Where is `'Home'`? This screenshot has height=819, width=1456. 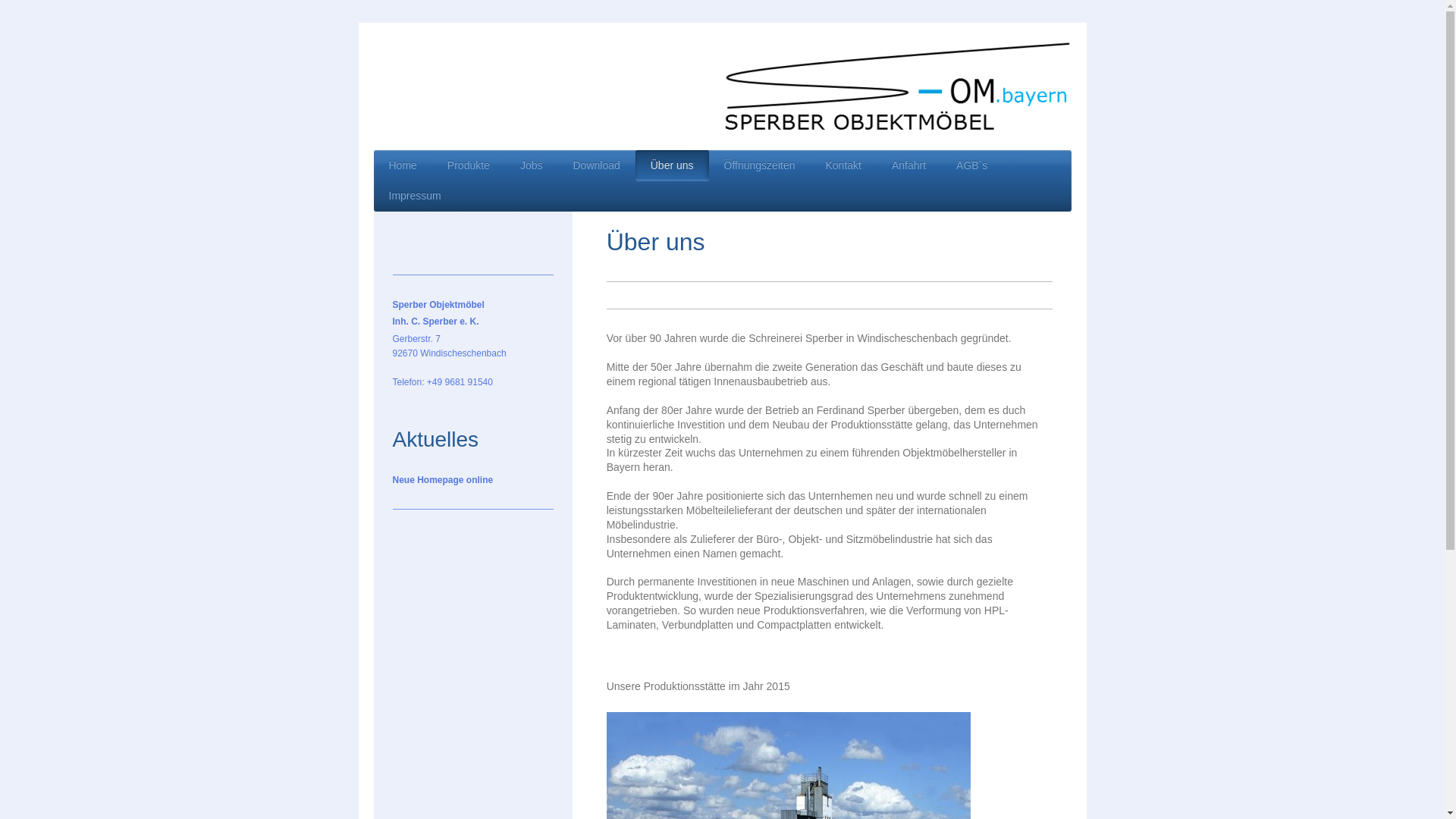 'Home' is located at coordinates (402, 165).